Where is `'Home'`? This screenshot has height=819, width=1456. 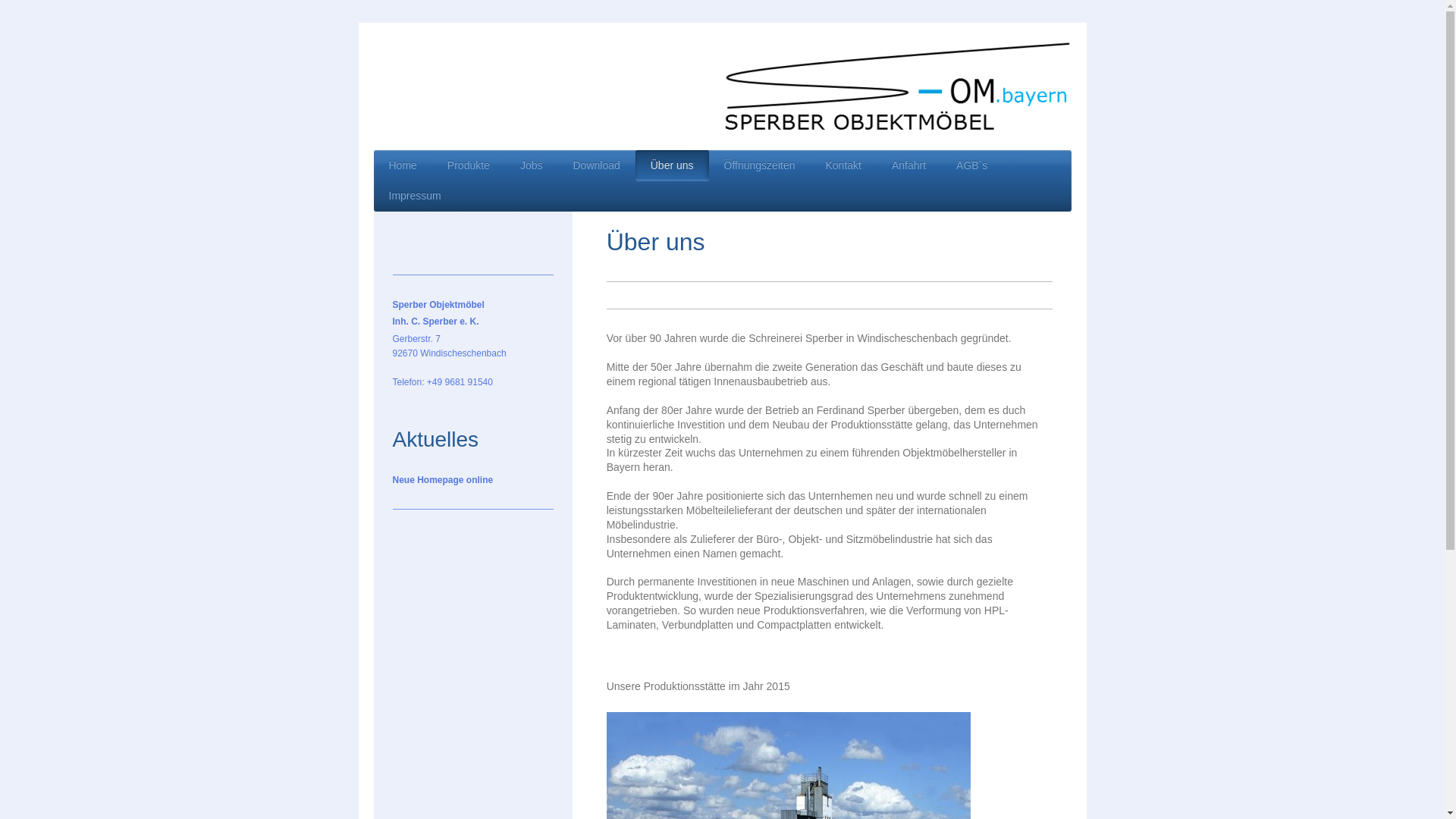 'Home' is located at coordinates (402, 165).